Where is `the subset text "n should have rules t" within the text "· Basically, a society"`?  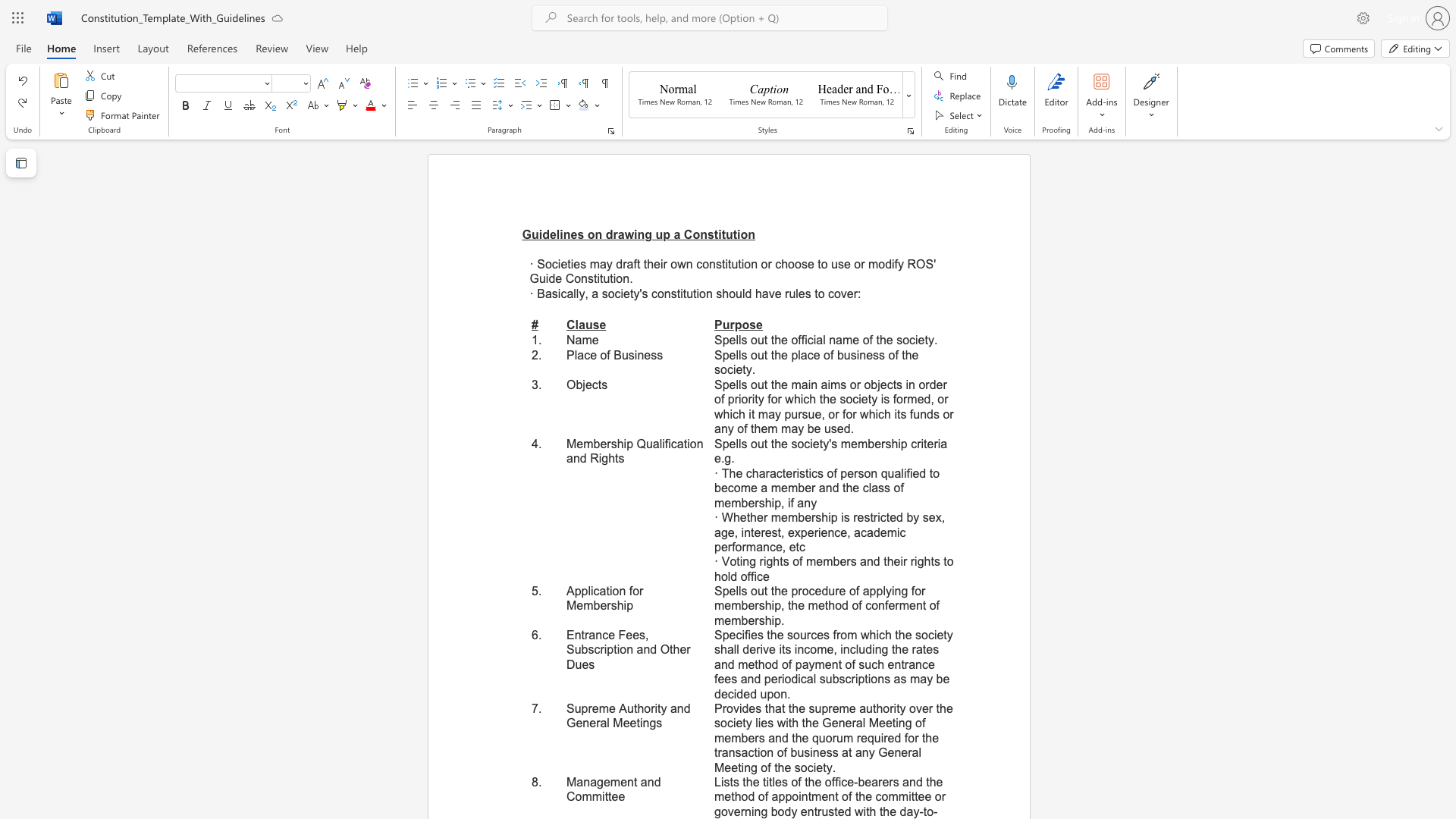
the subset text "n should have rules t" within the text "· Basically, a society" is located at coordinates (705, 293).